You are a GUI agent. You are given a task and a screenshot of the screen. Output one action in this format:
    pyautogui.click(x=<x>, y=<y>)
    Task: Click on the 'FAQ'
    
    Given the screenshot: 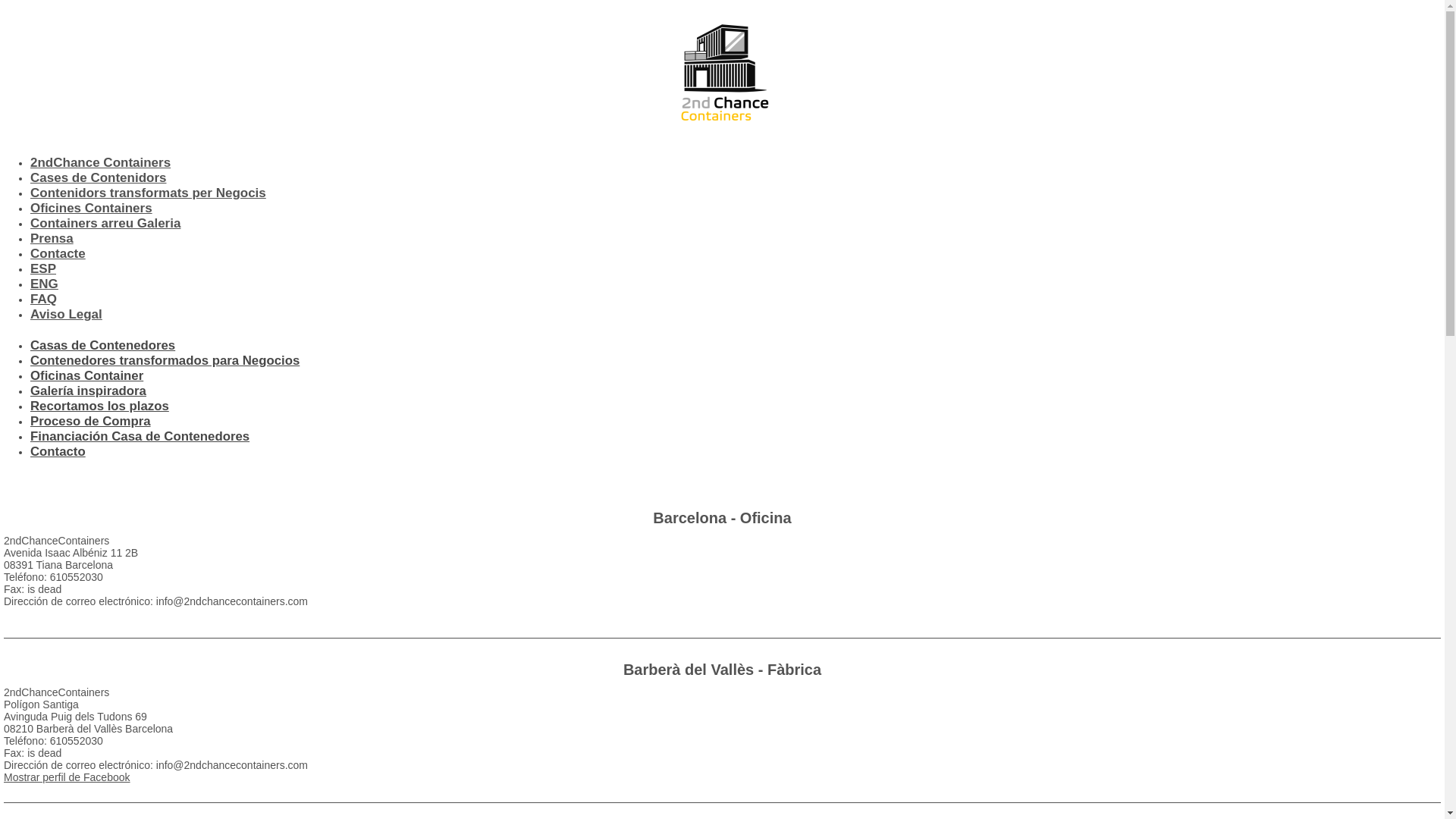 What is the action you would take?
    pyautogui.click(x=43, y=299)
    